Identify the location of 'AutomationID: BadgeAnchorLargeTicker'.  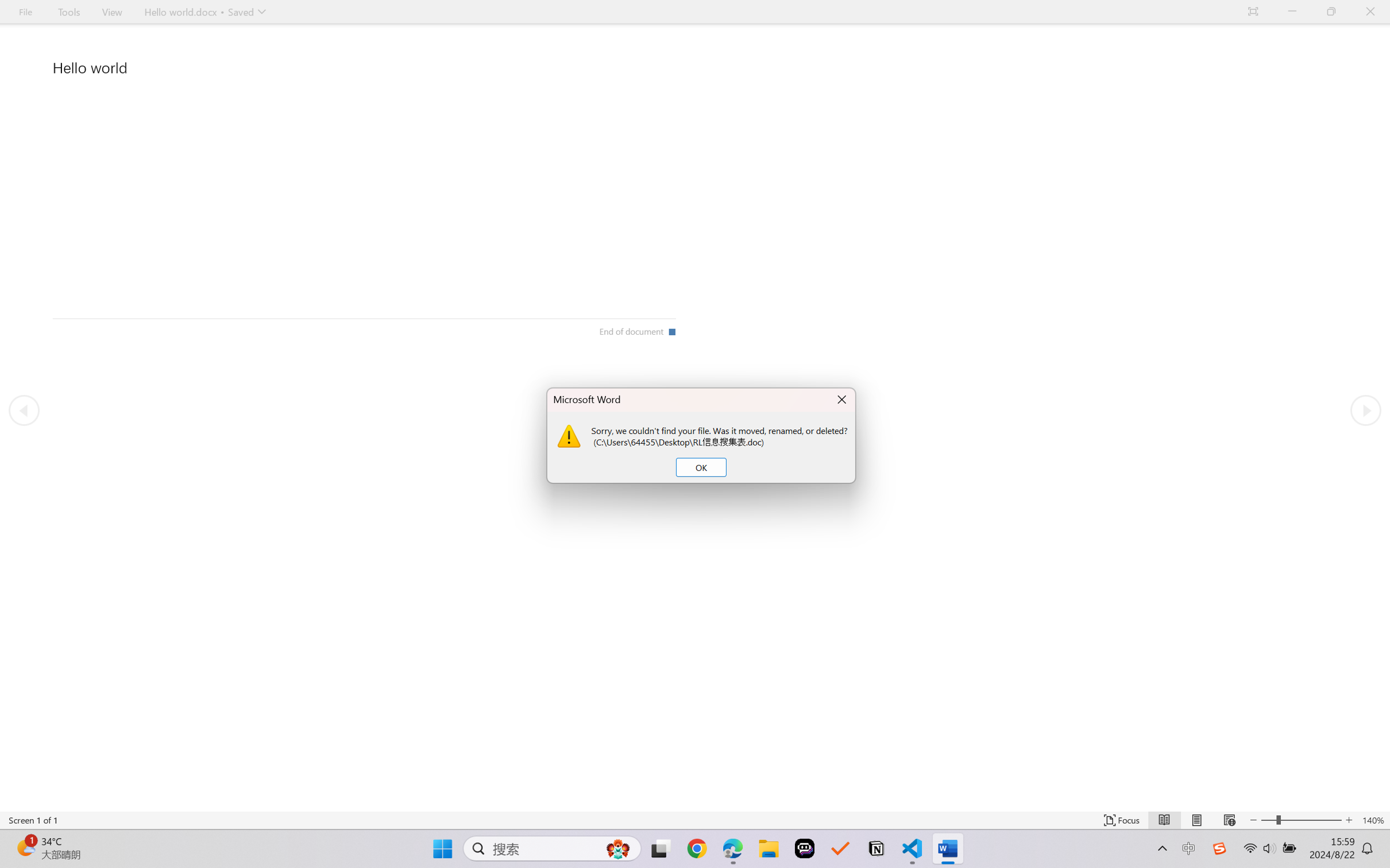
(25, 847).